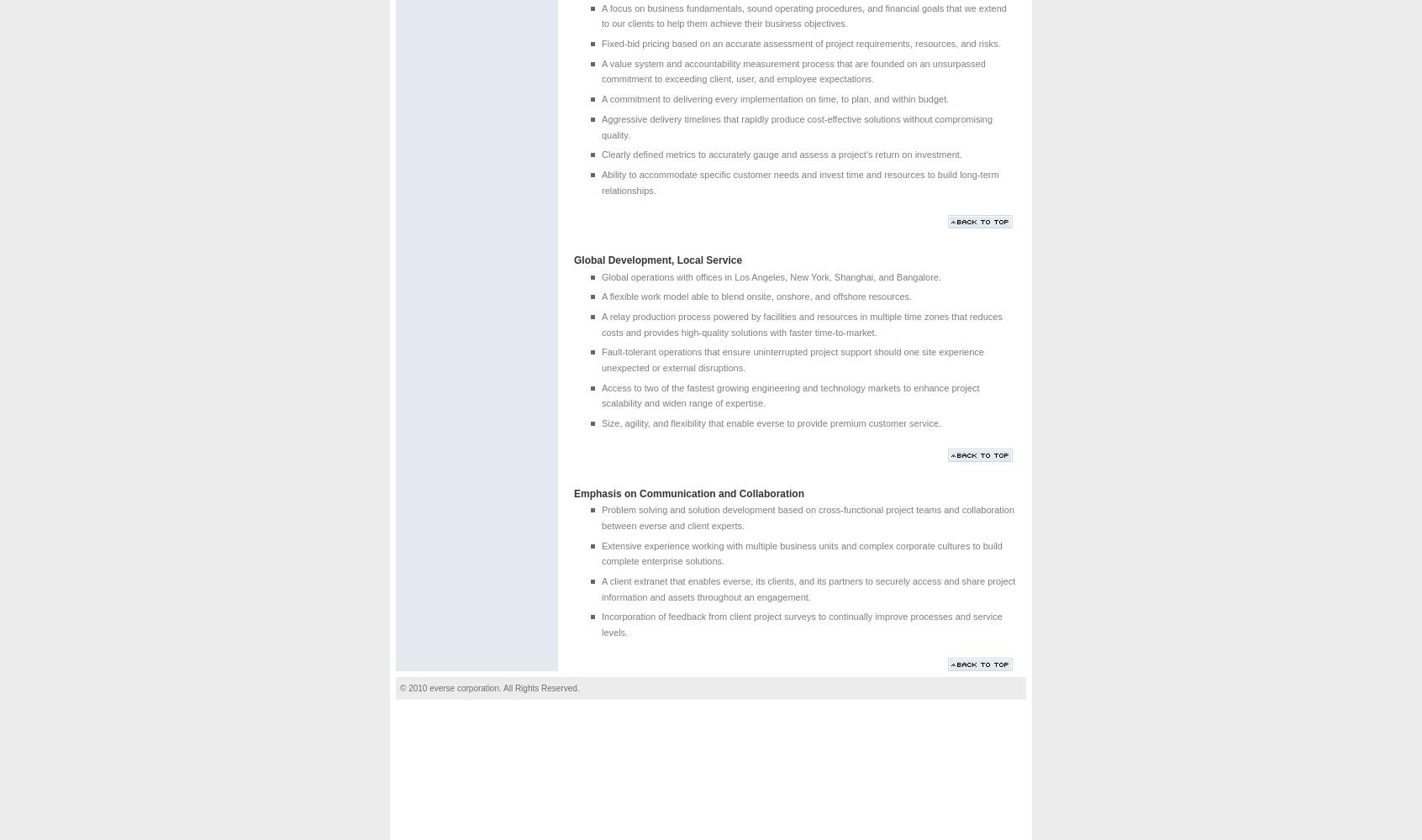  I want to click on 'Extensive experience working with multiple business units and complex corporate cultures to build complete enterprise solutions.', so click(801, 553).